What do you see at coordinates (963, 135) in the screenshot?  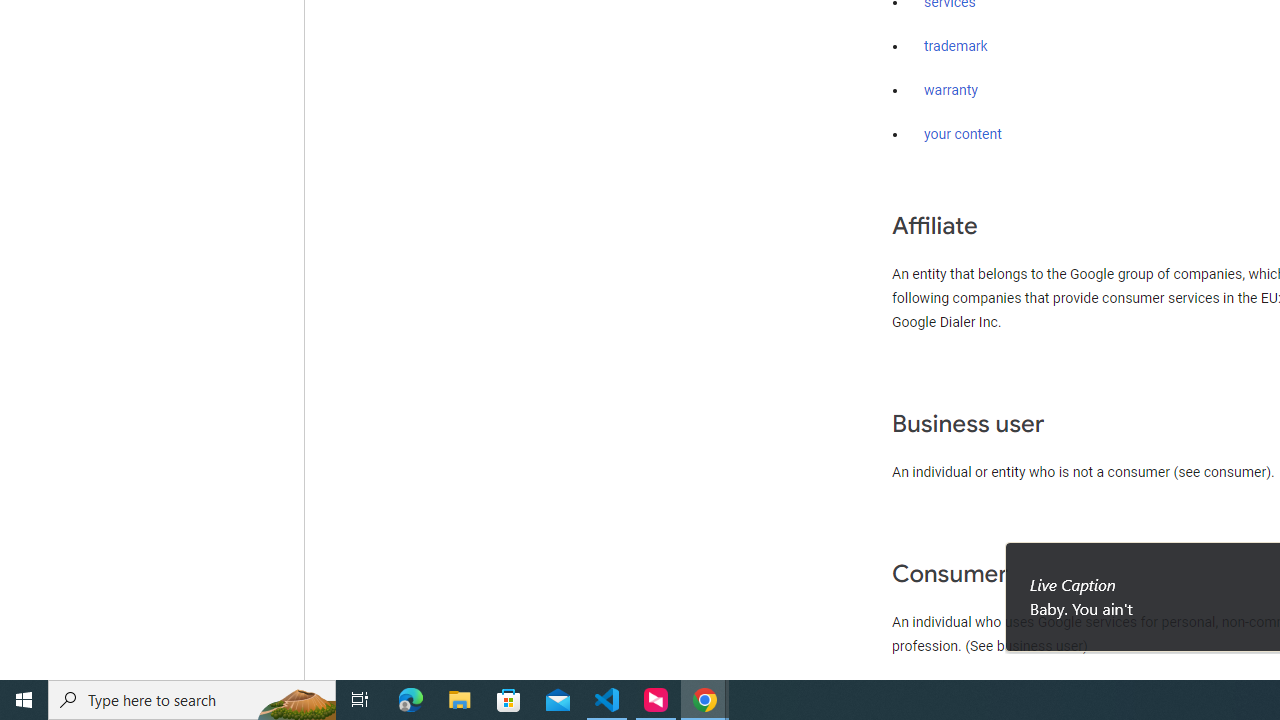 I see `'your content'` at bounding box center [963, 135].